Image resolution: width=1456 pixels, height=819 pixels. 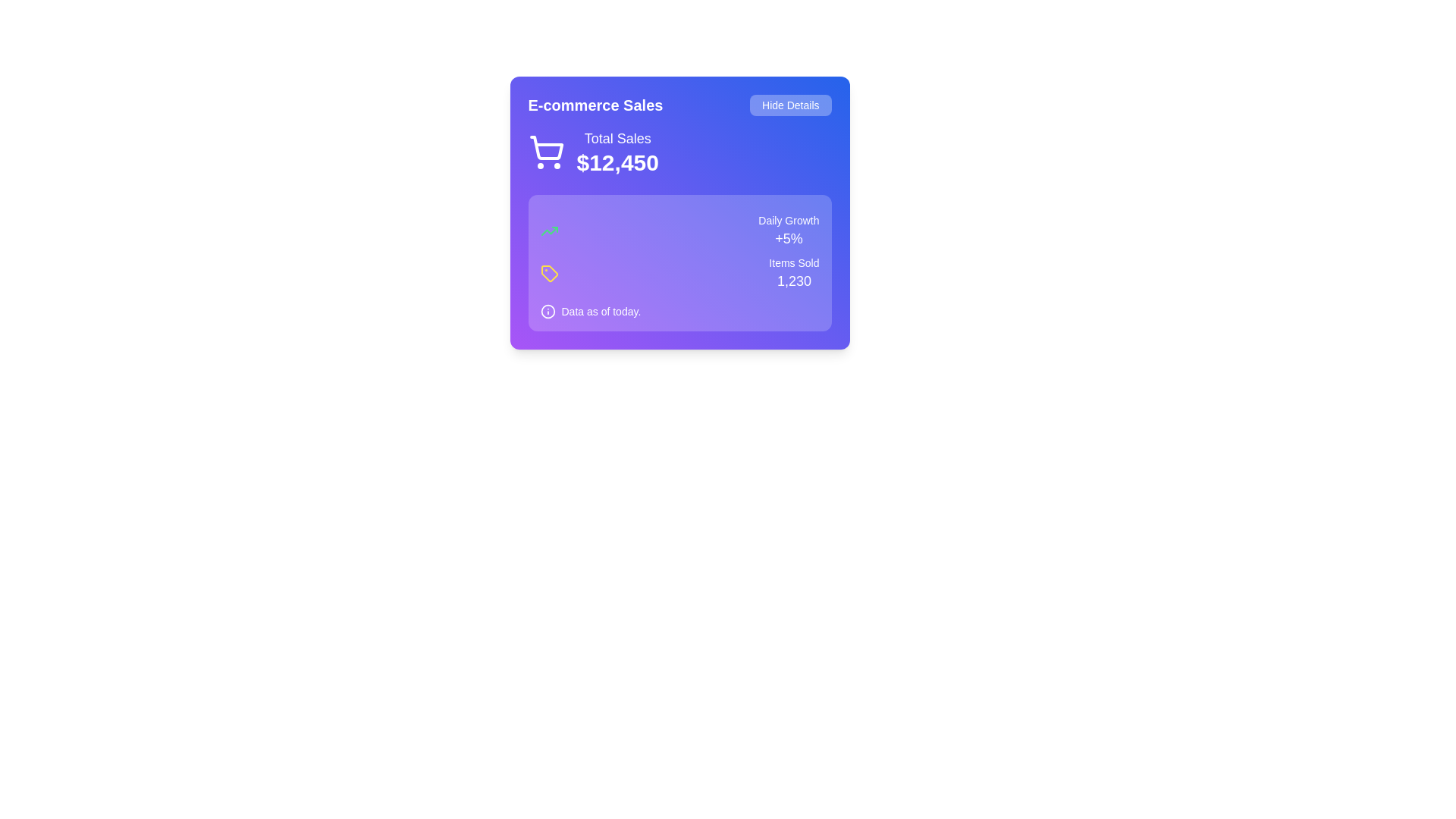 What do you see at coordinates (600, 311) in the screenshot?
I see `the text label displaying 'Data as of today.' positioned in the bottom-left section of the card interface, styled with 'text-sm' class` at bounding box center [600, 311].